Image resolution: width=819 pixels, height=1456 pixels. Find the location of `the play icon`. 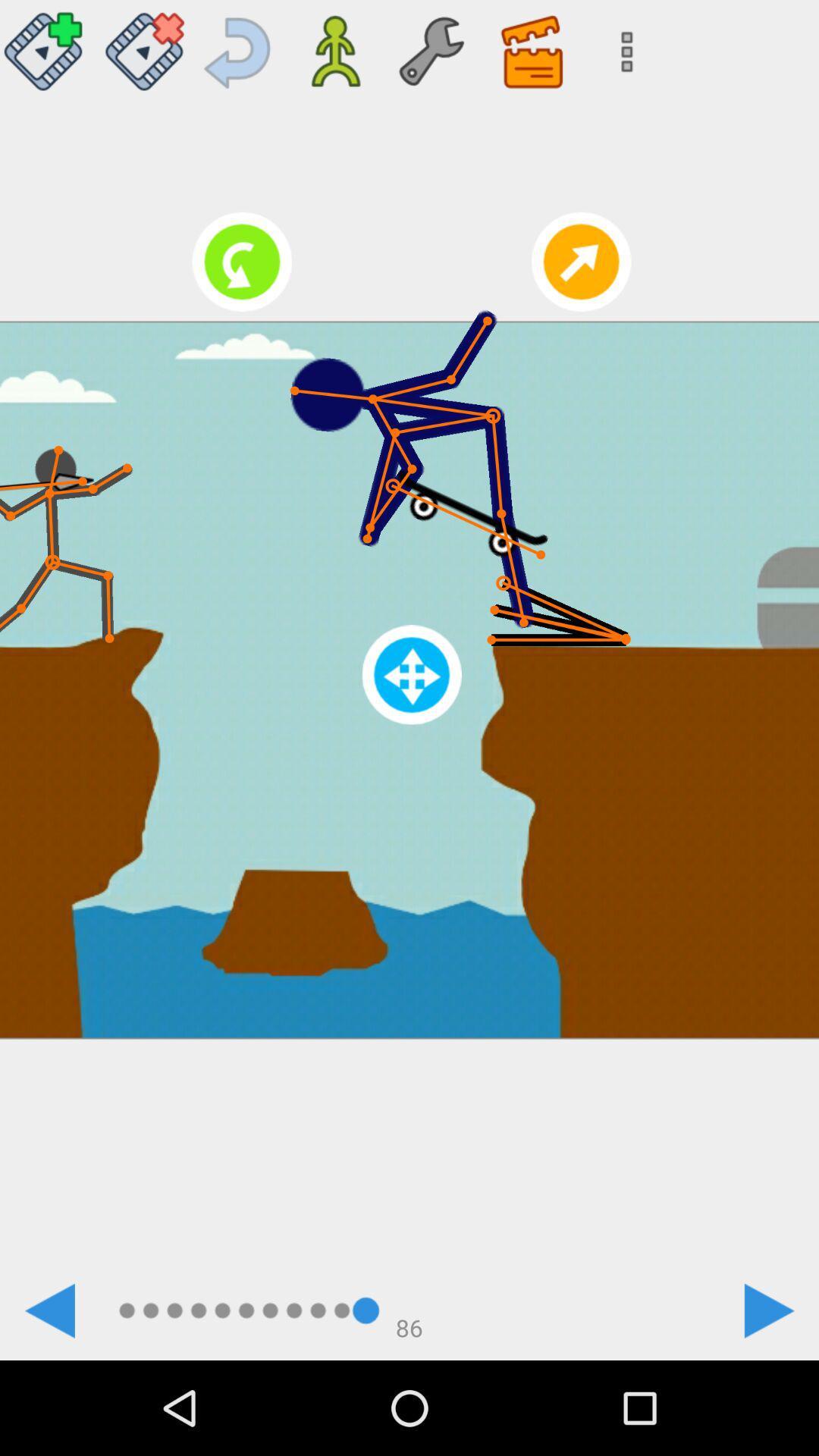

the play icon is located at coordinates (769, 1310).